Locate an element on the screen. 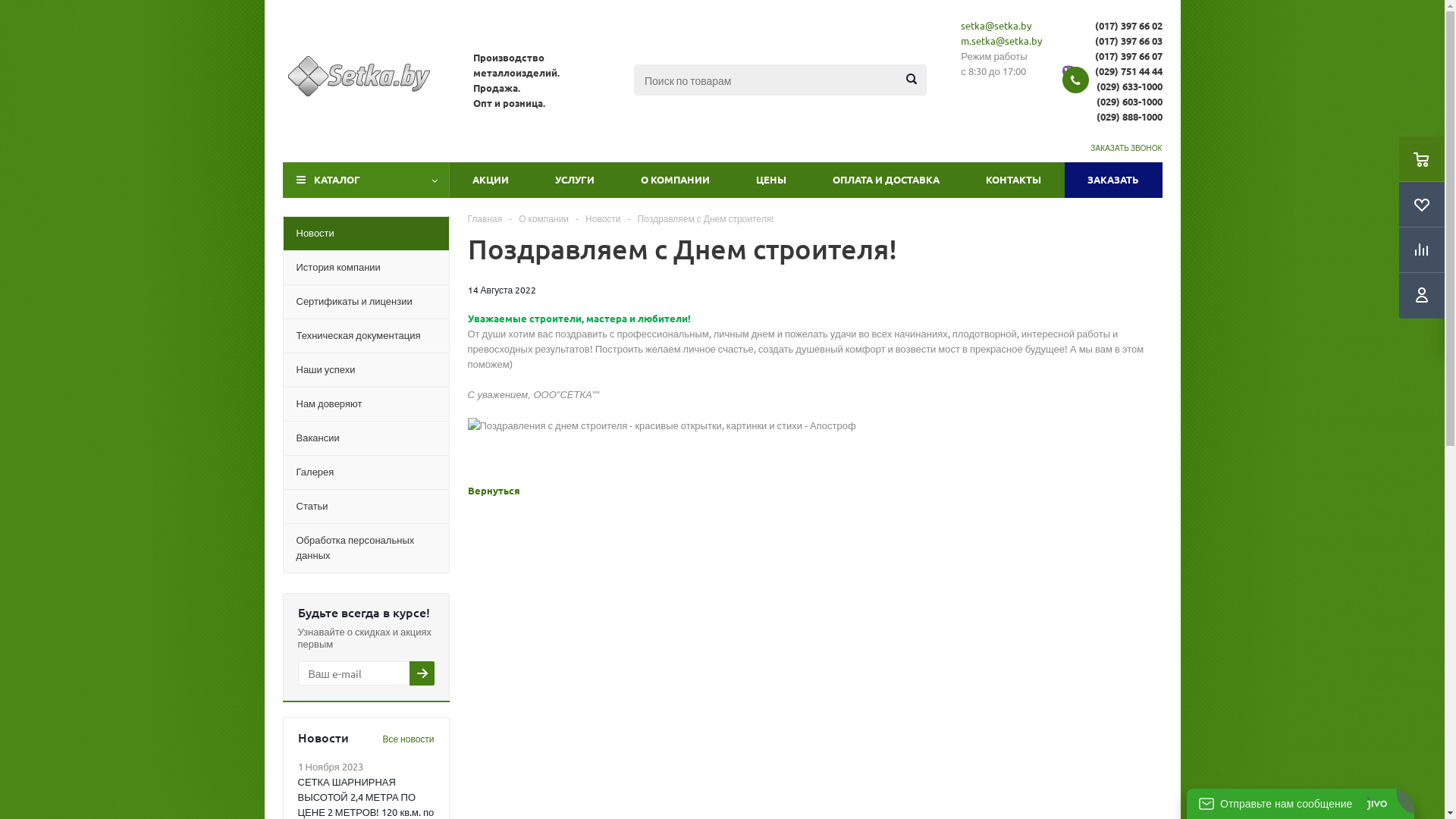 This screenshot has width=1456, height=819. 'm.setka@setka.by' is located at coordinates (1001, 39).